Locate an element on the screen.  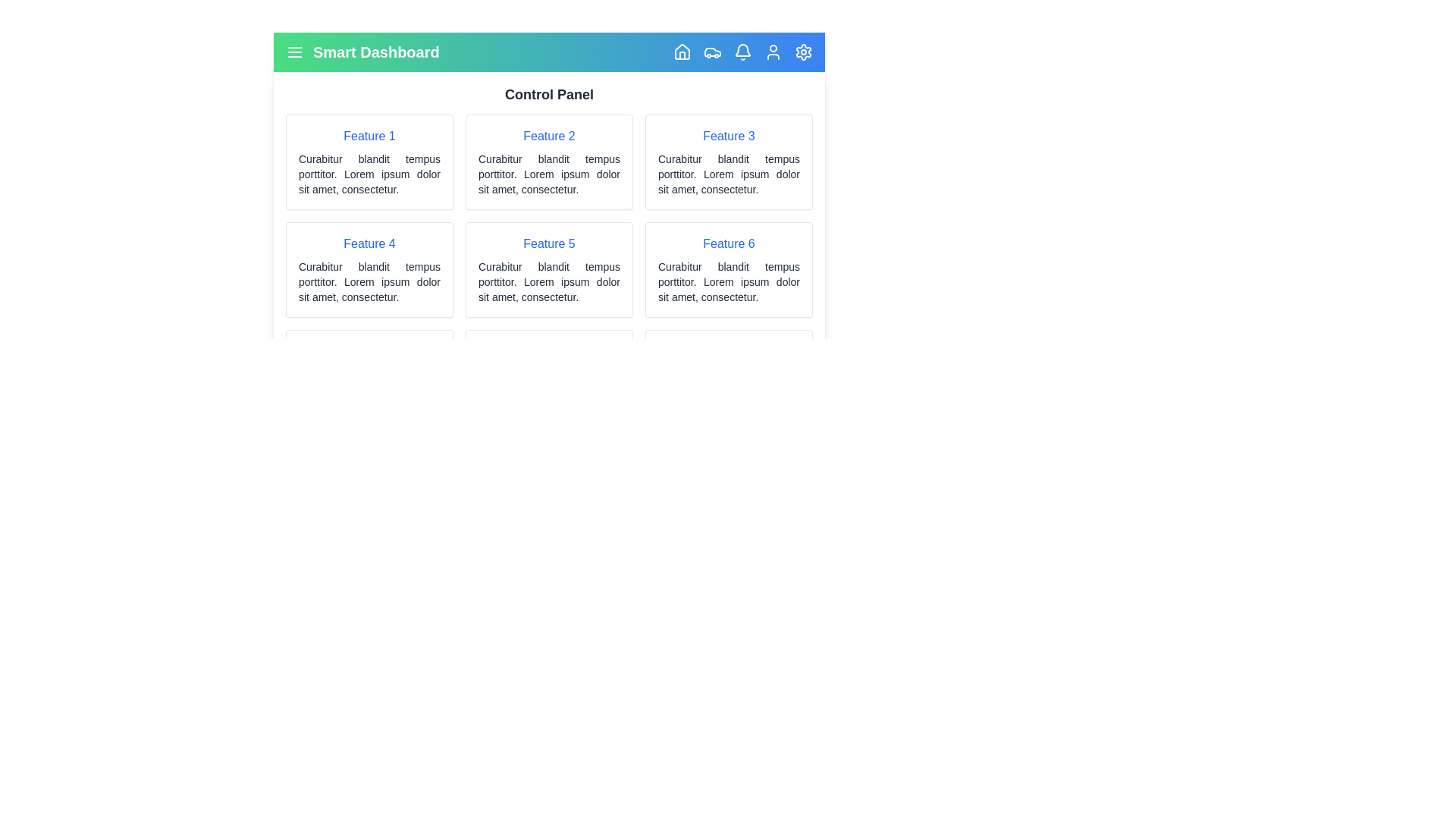
the element with the class 'lucide-bell' to observe visual feedback is located at coordinates (742, 52).